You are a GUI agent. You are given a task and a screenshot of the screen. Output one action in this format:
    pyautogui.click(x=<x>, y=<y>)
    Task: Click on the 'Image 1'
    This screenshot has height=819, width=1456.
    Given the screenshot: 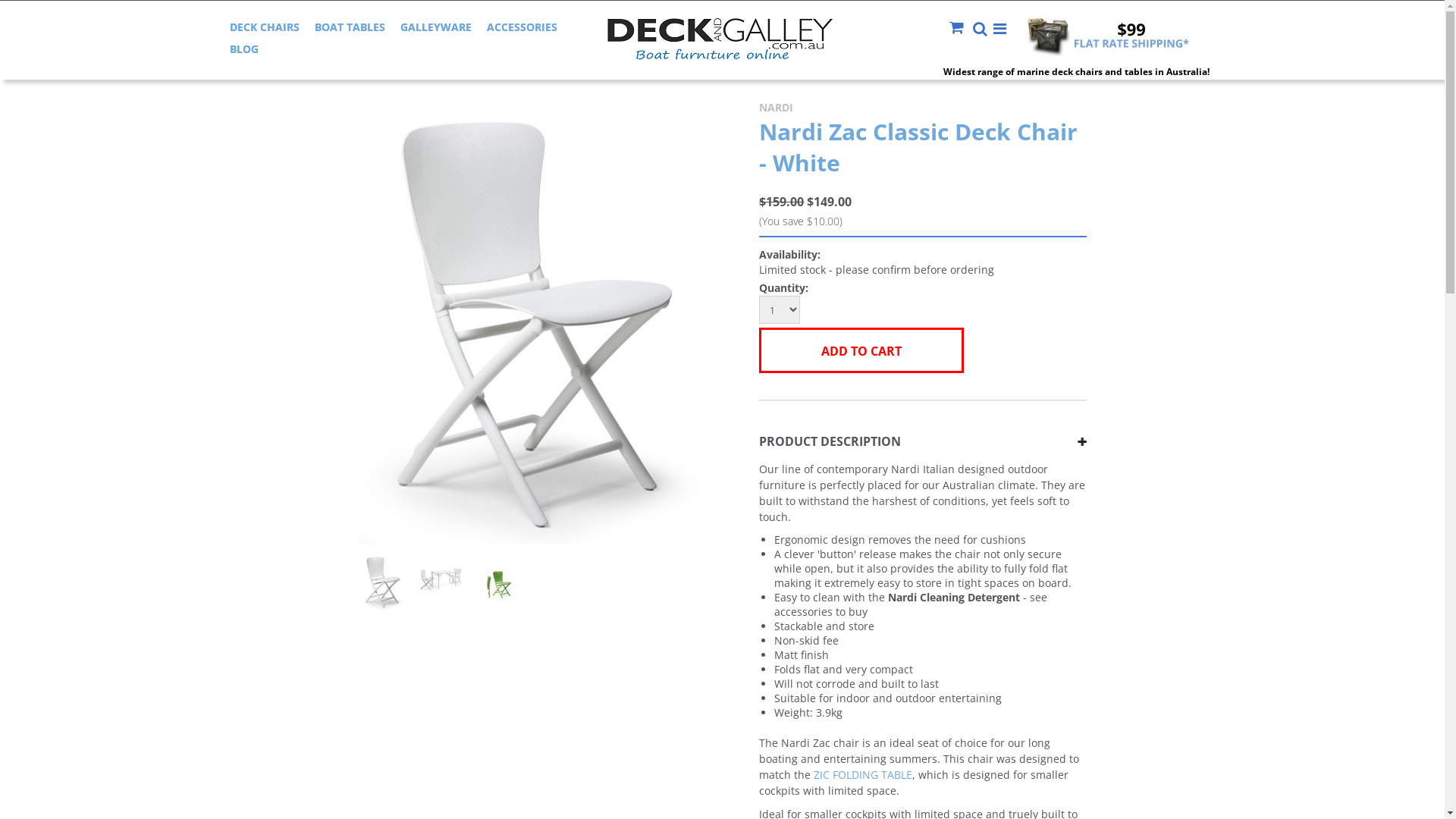 What is the action you would take?
    pyautogui.click(x=383, y=581)
    